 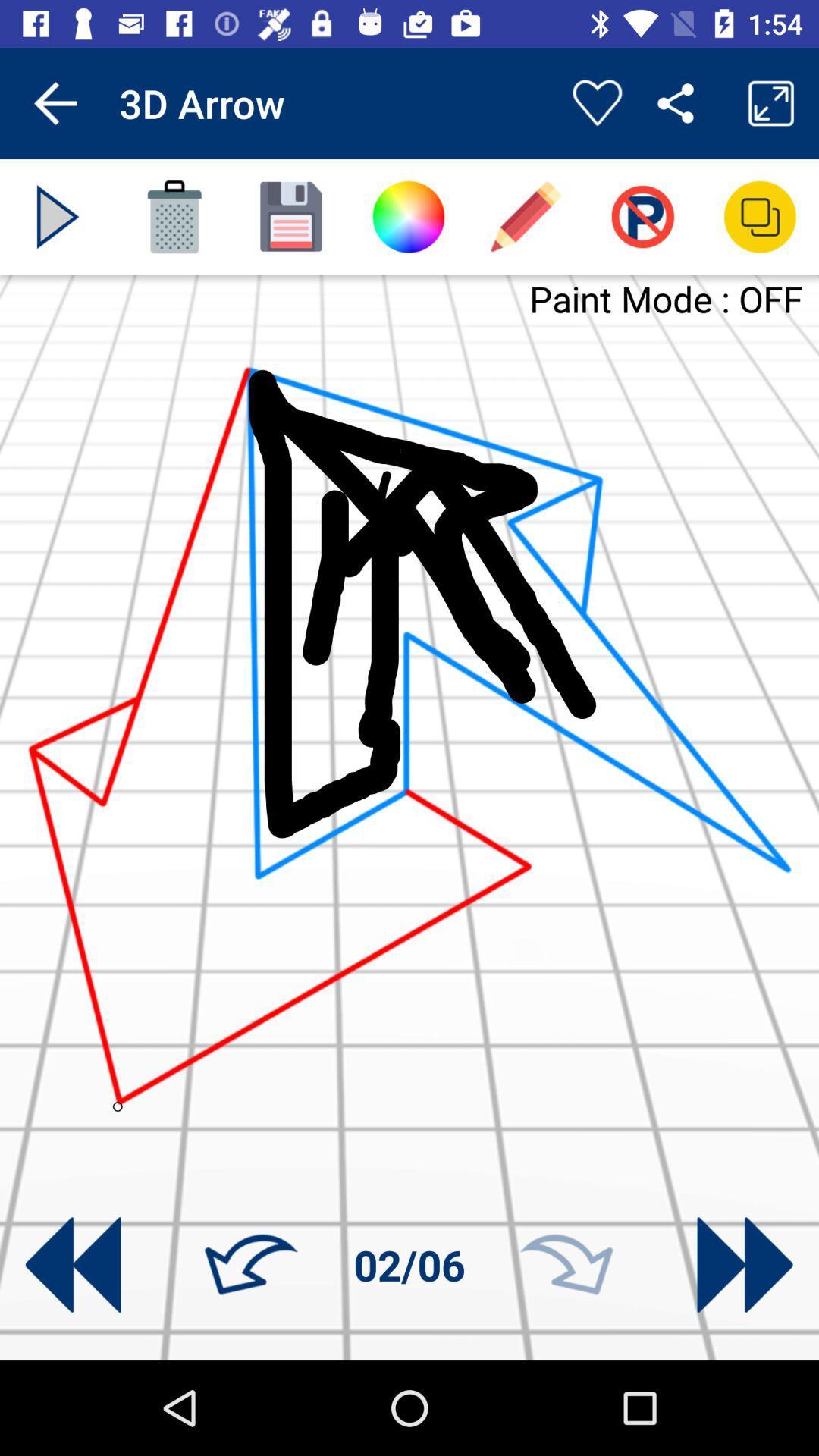 What do you see at coordinates (57, 216) in the screenshot?
I see `animation` at bounding box center [57, 216].